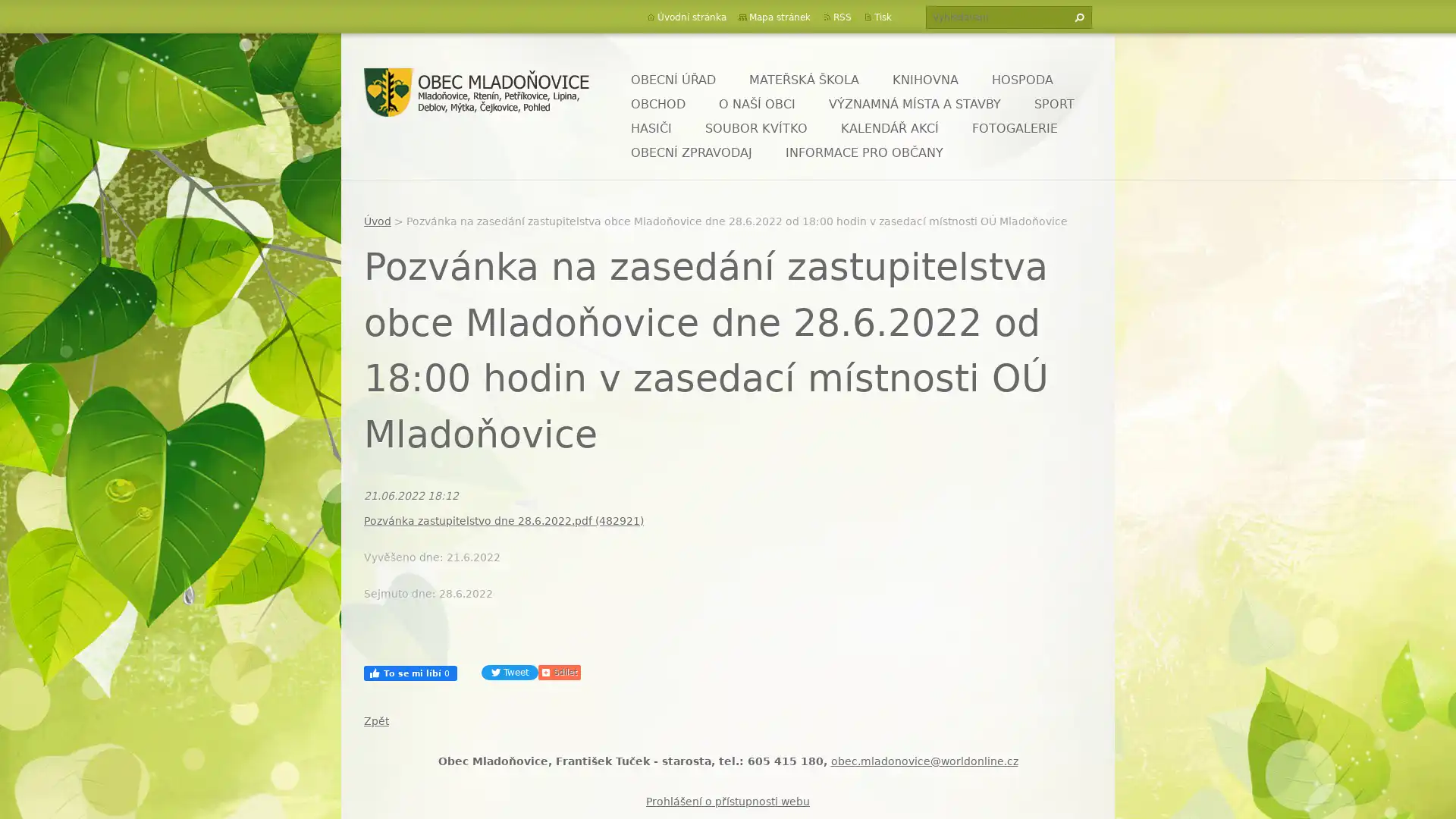 The height and width of the screenshot is (819, 1456). What do you see at coordinates (1076, 17) in the screenshot?
I see `Hledat` at bounding box center [1076, 17].